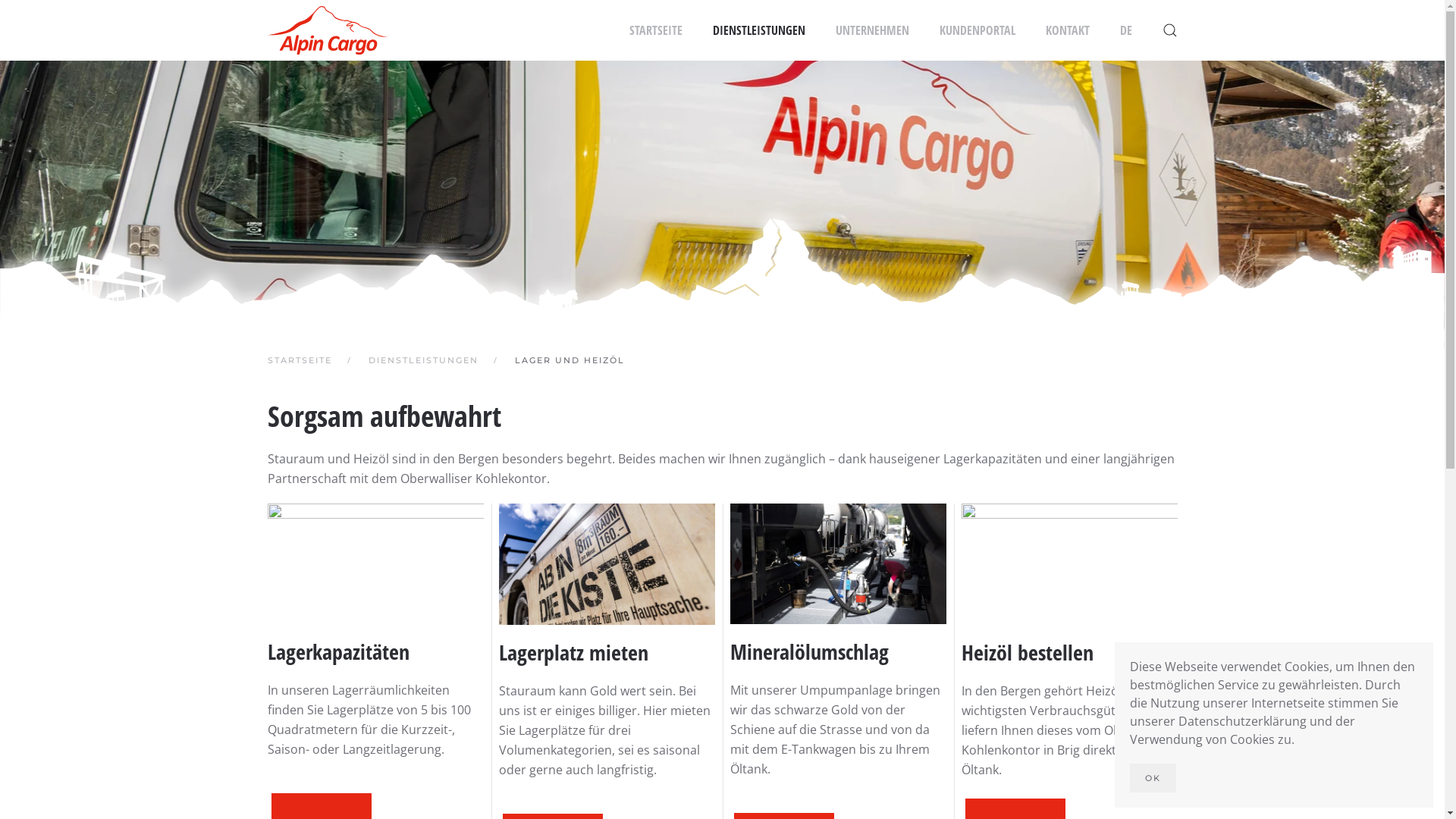 Image resolution: width=1456 pixels, height=819 pixels. I want to click on 'UNTERNEHMEN', so click(872, 30).